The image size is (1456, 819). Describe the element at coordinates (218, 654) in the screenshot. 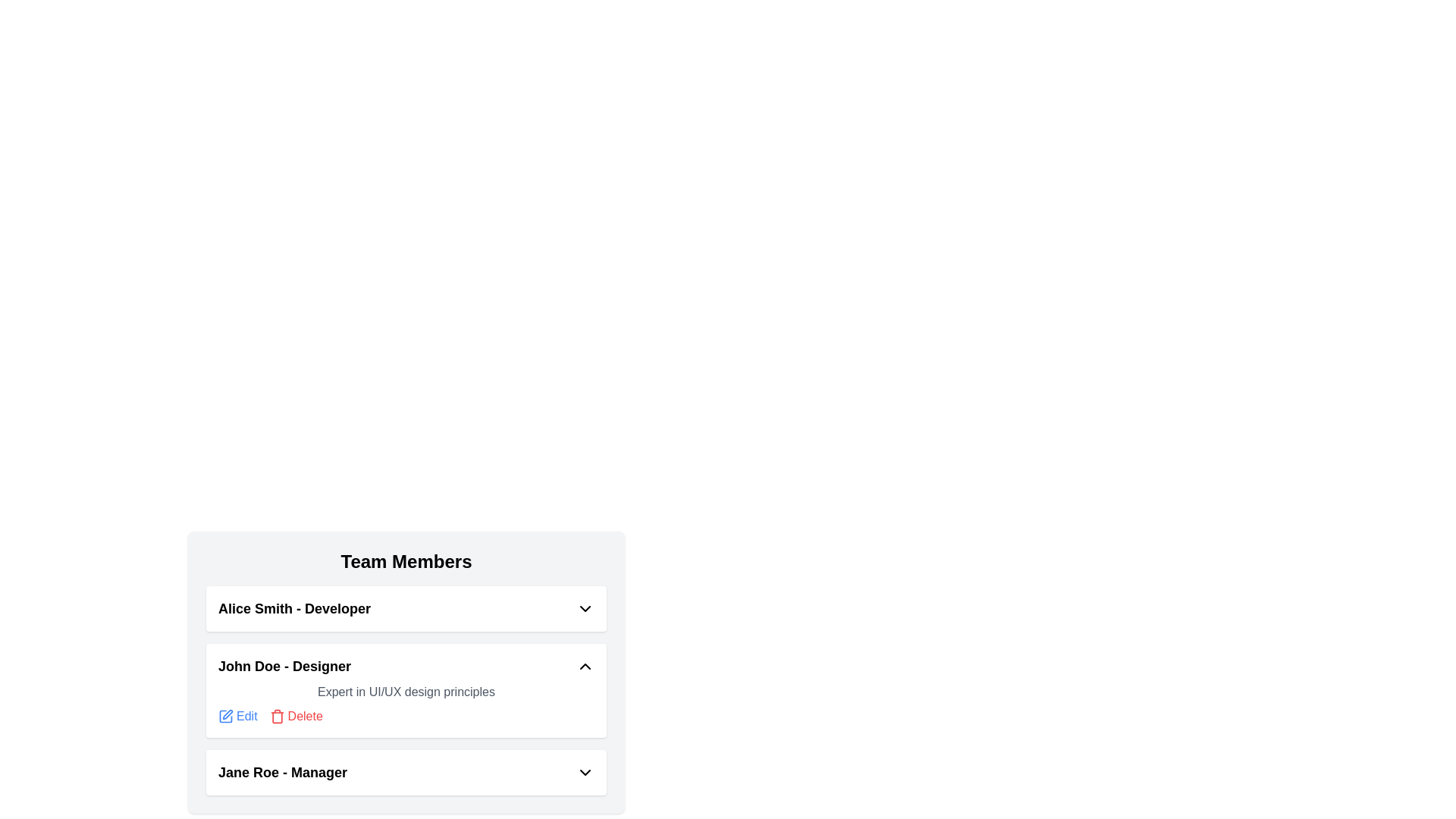

I see `the text 'John Doe - Designer' for copying` at that location.